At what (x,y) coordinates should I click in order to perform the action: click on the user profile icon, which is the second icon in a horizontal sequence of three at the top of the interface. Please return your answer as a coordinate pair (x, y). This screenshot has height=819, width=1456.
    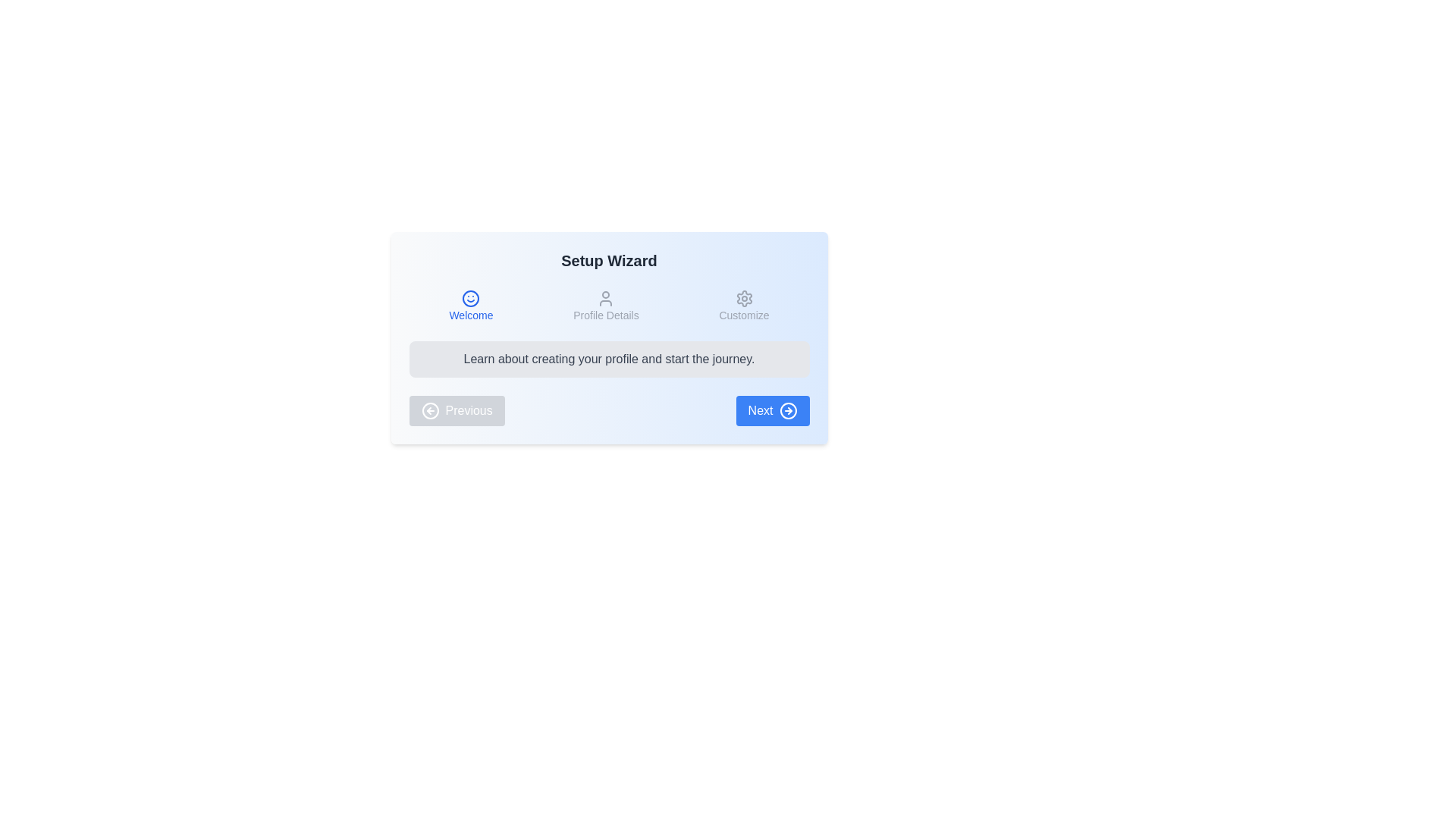
    Looking at the image, I should click on (605, 298).